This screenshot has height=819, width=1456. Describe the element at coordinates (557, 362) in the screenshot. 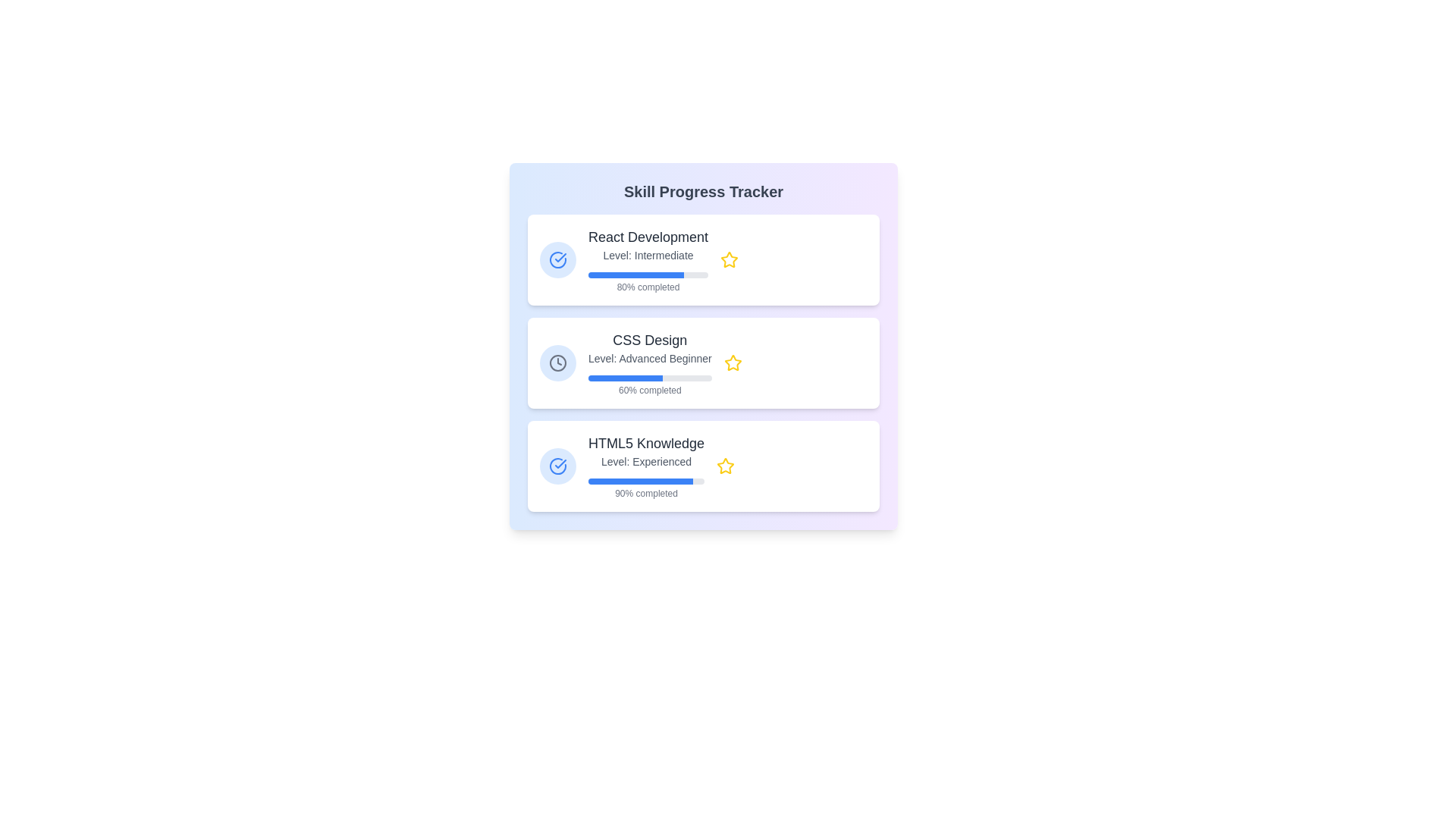

I see `the decorative icon representing the CSS Design skill level, located within the second entry of the Skill Progress Tracker interface` at that location.